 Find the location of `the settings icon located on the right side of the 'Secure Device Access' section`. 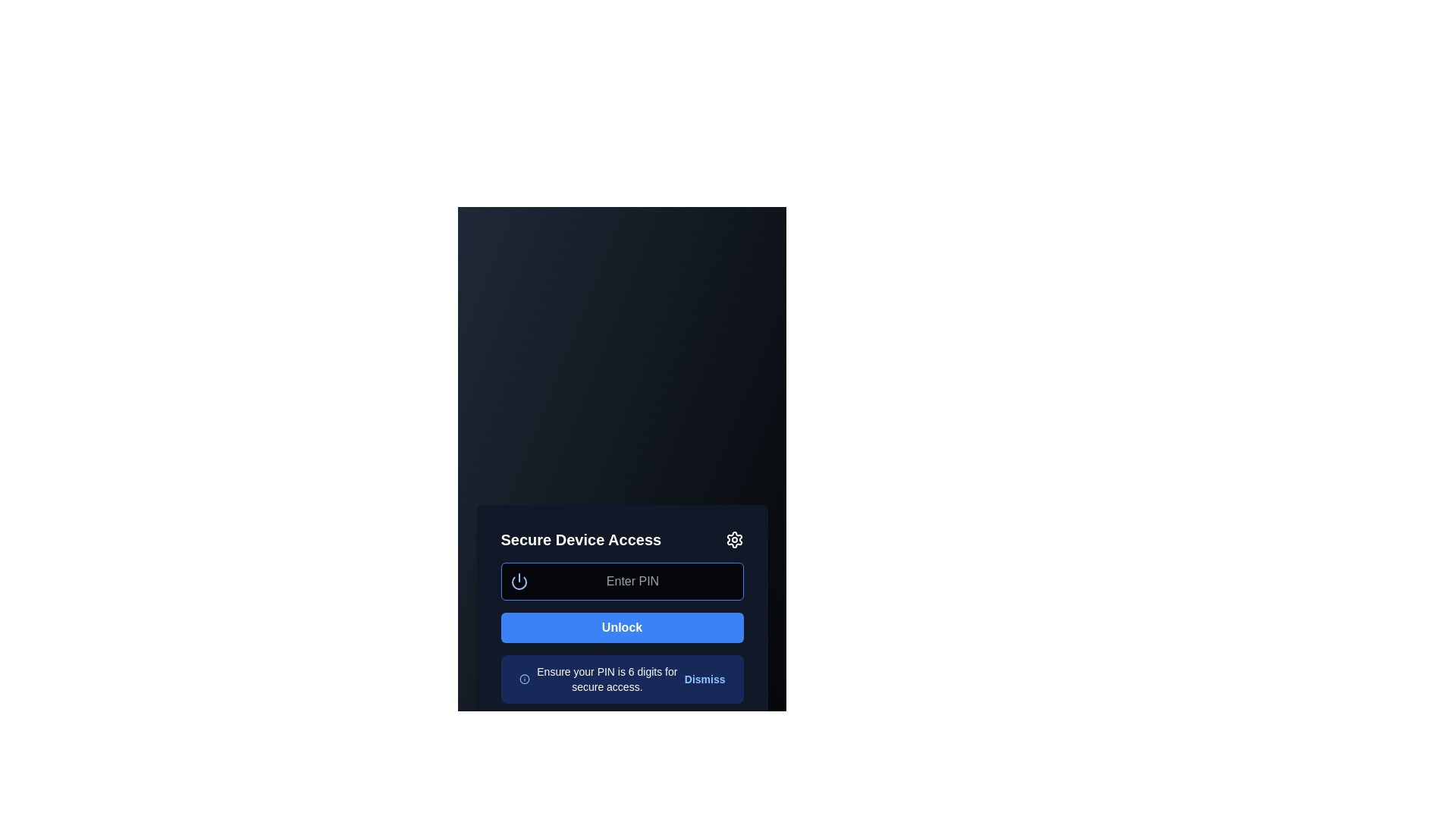

the settings icon located on the right side of the 'Secure Device Access' section is located at coordinates (734, 539).